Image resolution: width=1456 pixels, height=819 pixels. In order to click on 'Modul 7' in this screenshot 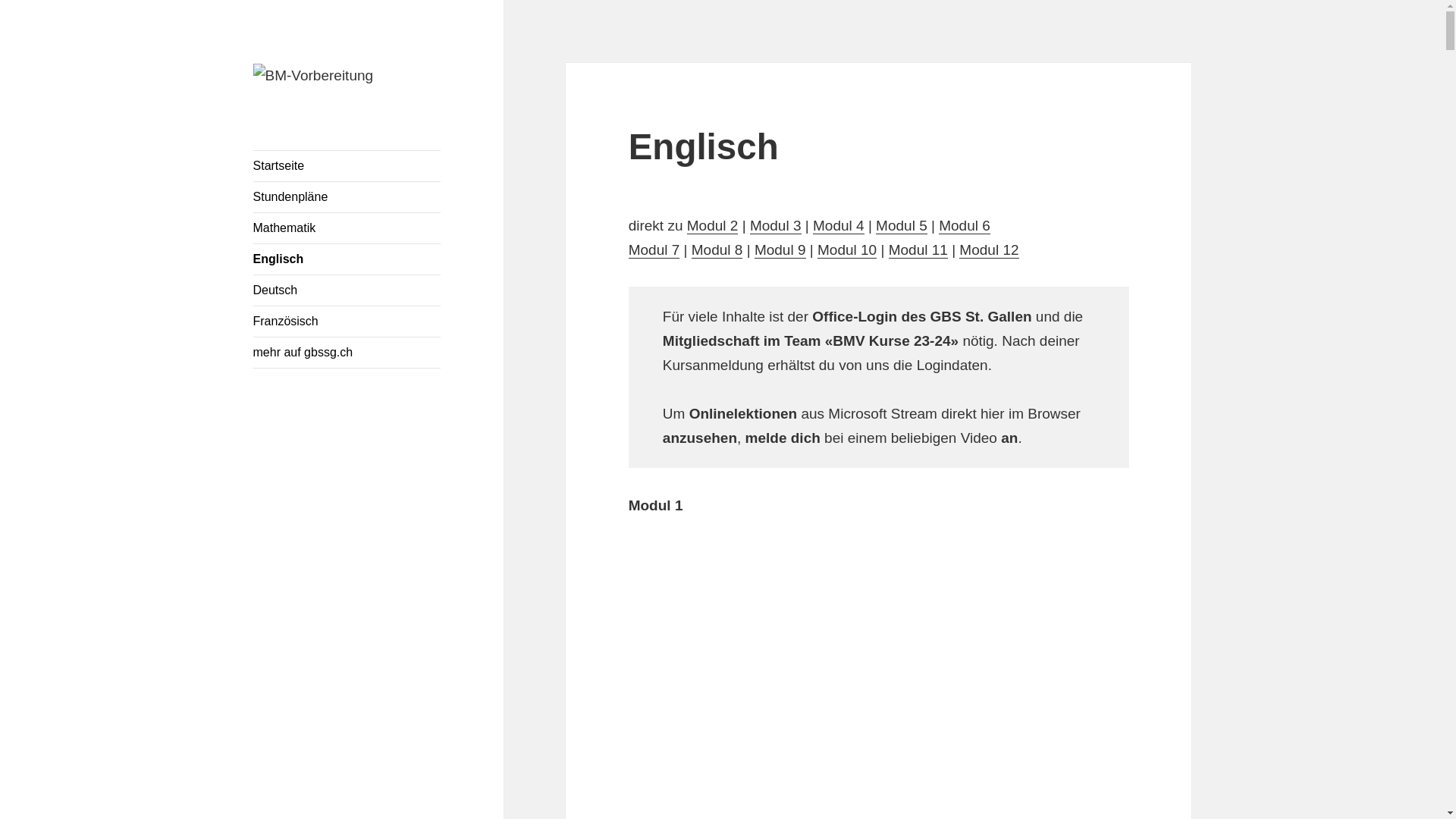, I will do `click(654, 249)`.